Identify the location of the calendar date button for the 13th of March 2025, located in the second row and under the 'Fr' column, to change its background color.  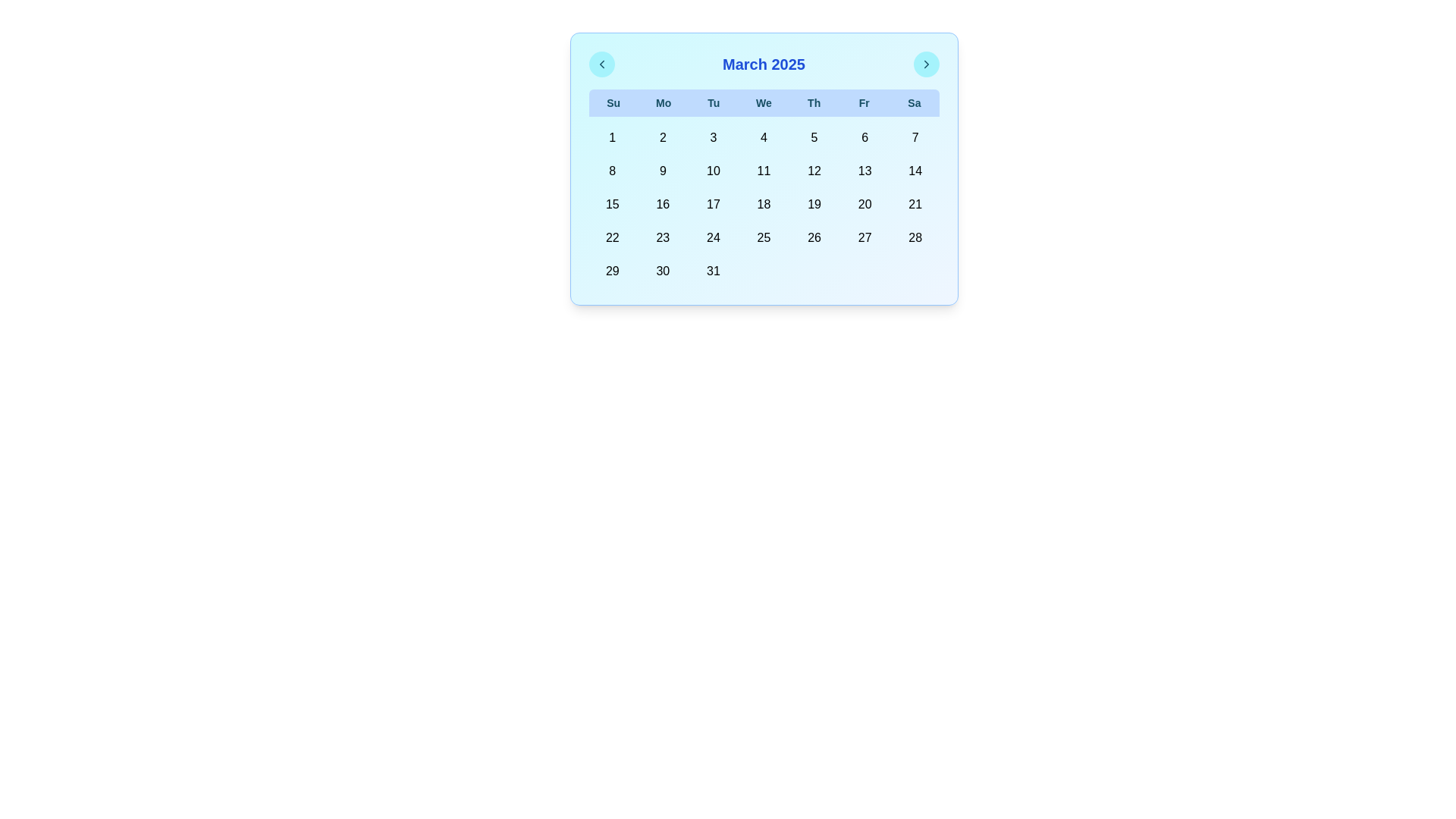
(864, 171).